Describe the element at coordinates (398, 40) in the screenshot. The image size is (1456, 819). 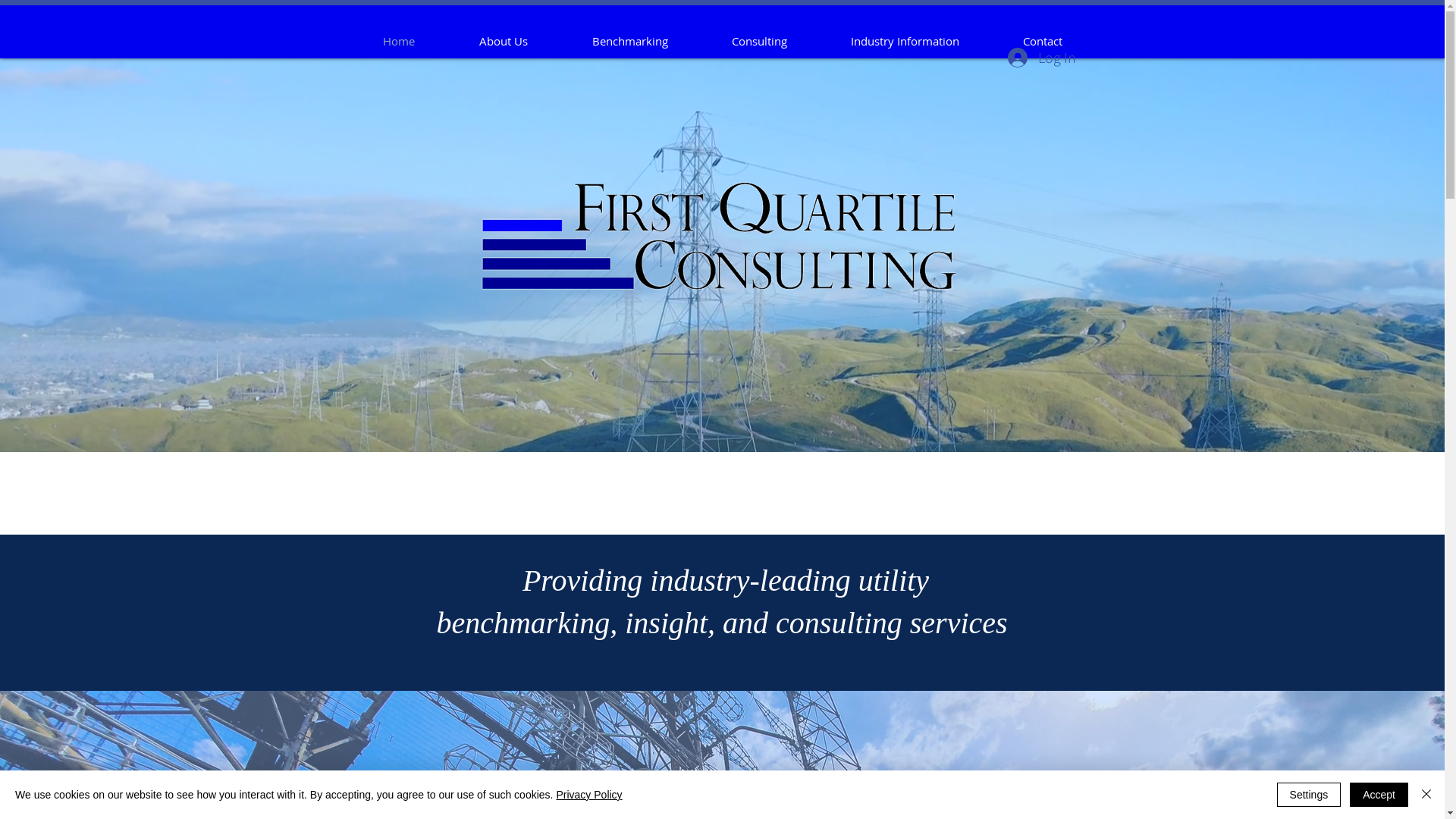
I see `'Home'` at that location.